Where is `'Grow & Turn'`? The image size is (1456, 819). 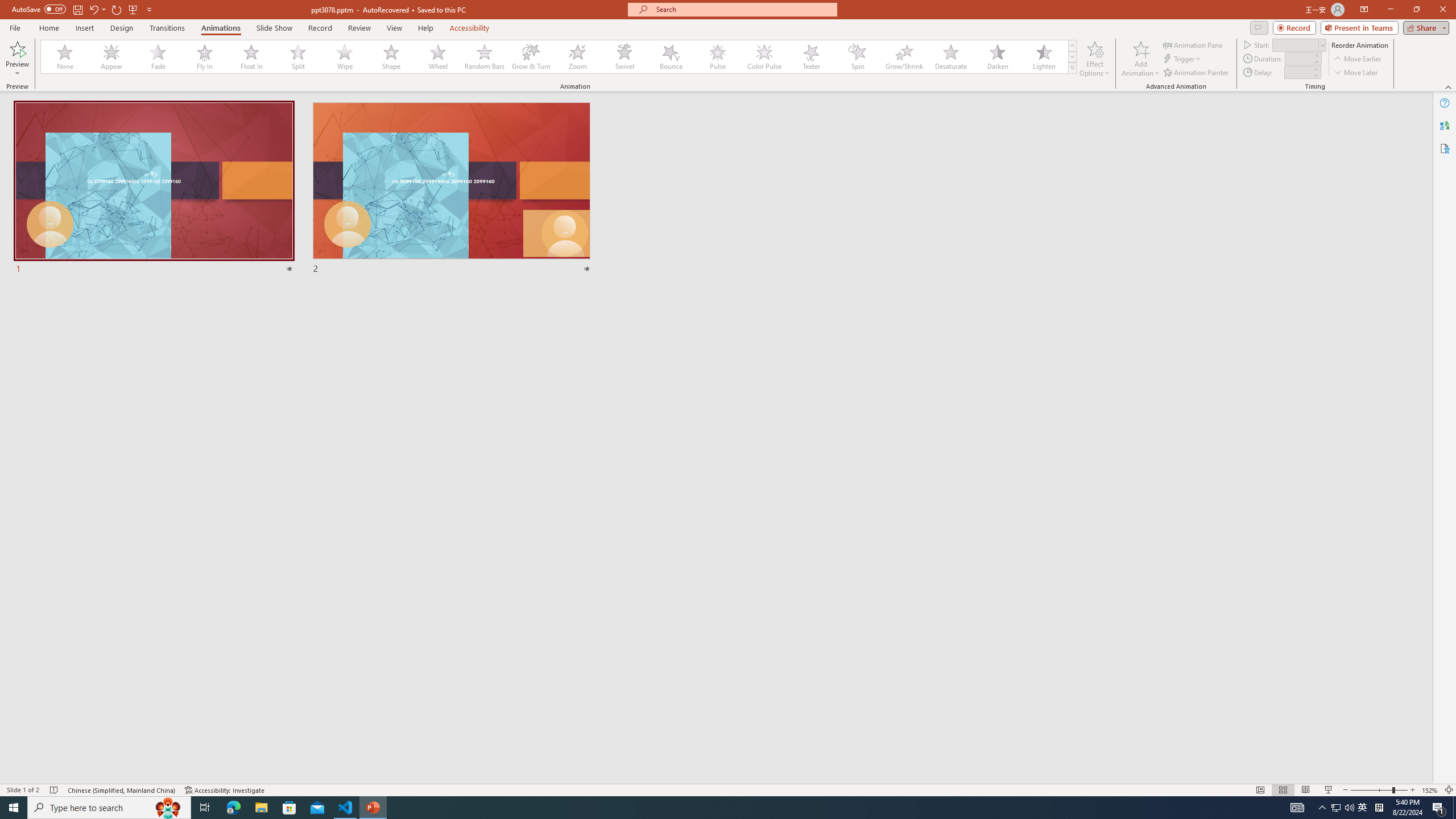 'Grow & Turn' is located at coordinates (531, 56).